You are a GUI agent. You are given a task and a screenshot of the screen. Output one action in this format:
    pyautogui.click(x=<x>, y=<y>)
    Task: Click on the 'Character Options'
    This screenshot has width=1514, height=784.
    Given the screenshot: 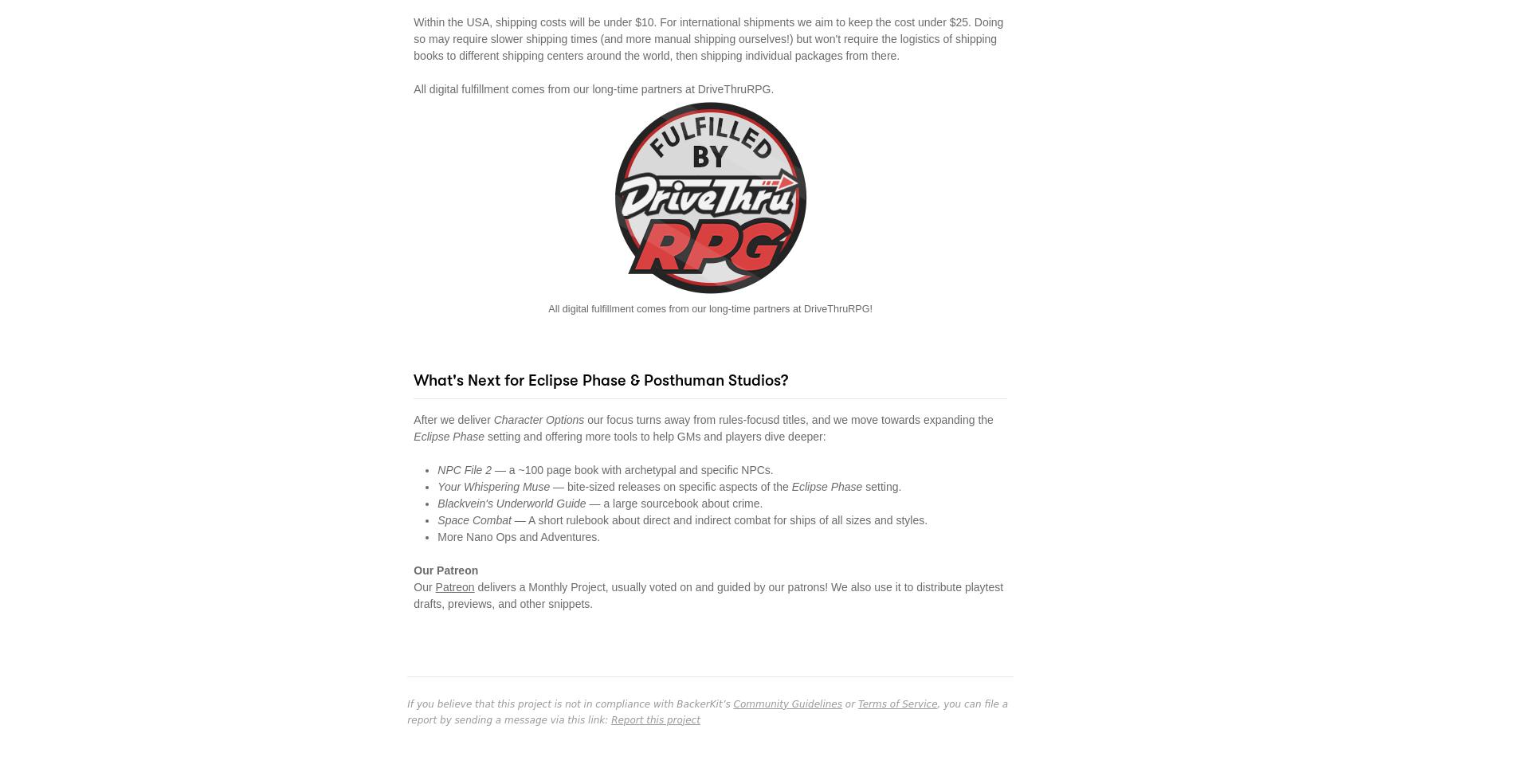 What is the action you would take?
    pyautogui.click(x=493, y=418)
    